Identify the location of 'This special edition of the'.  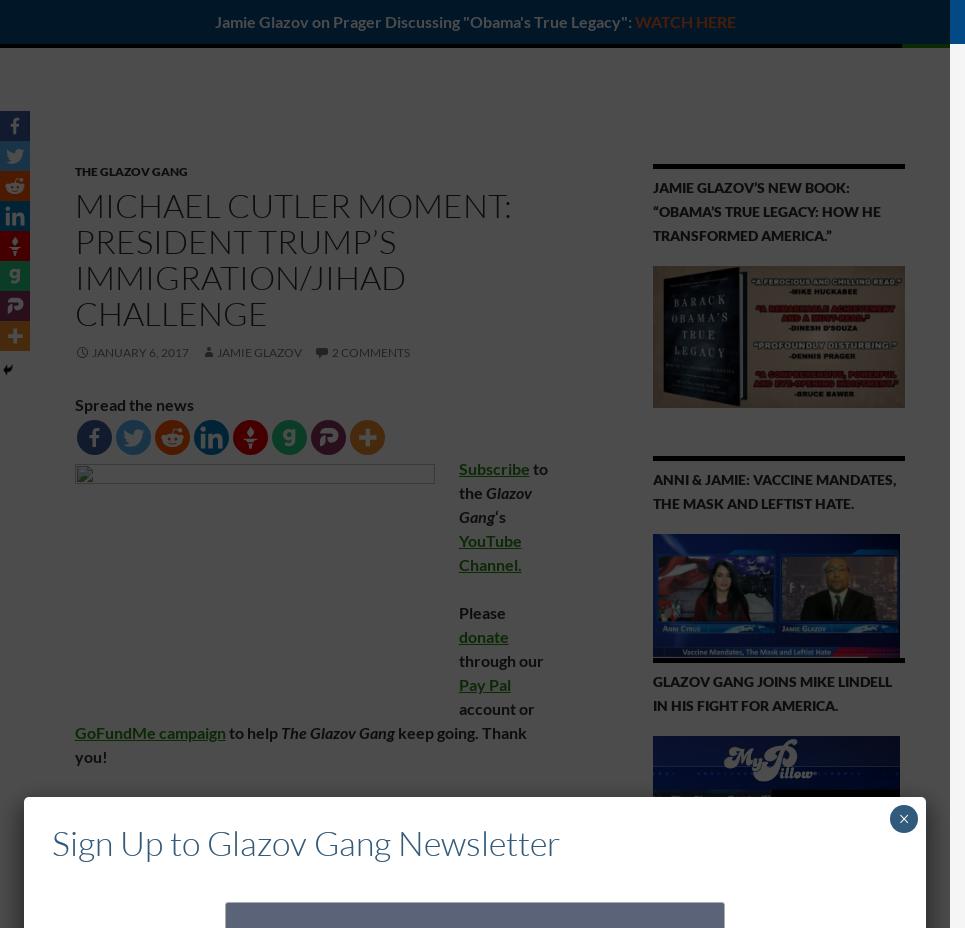
(74, 803).